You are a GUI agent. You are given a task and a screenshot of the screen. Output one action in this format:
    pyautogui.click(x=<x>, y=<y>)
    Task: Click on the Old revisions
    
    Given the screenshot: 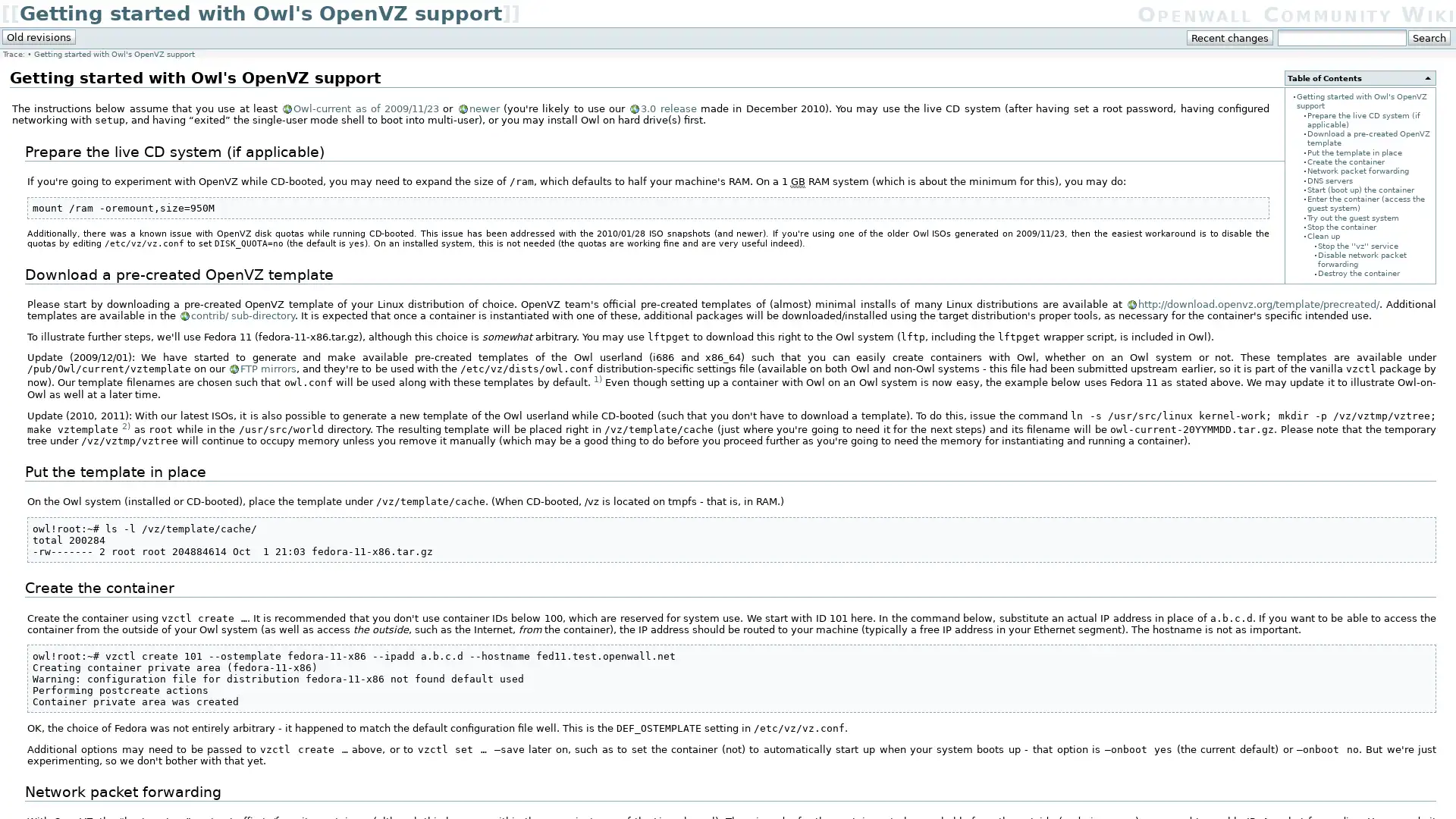 What is the action you would take?
    pyautogui.click(x=39, y=36)
    